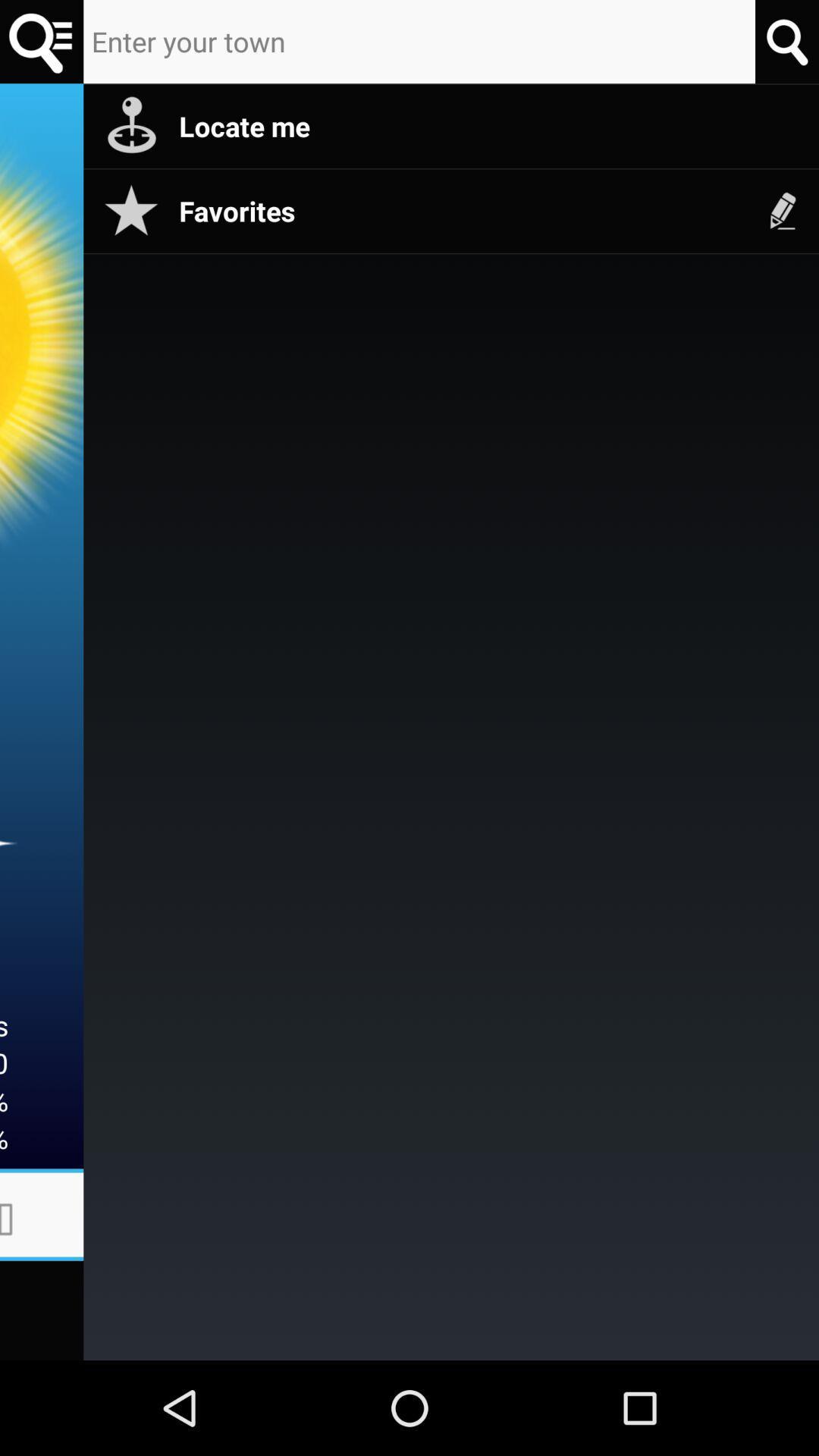  Describe the element at coordinates (419, 42) in the screenshot. I see `your town here` at that location.